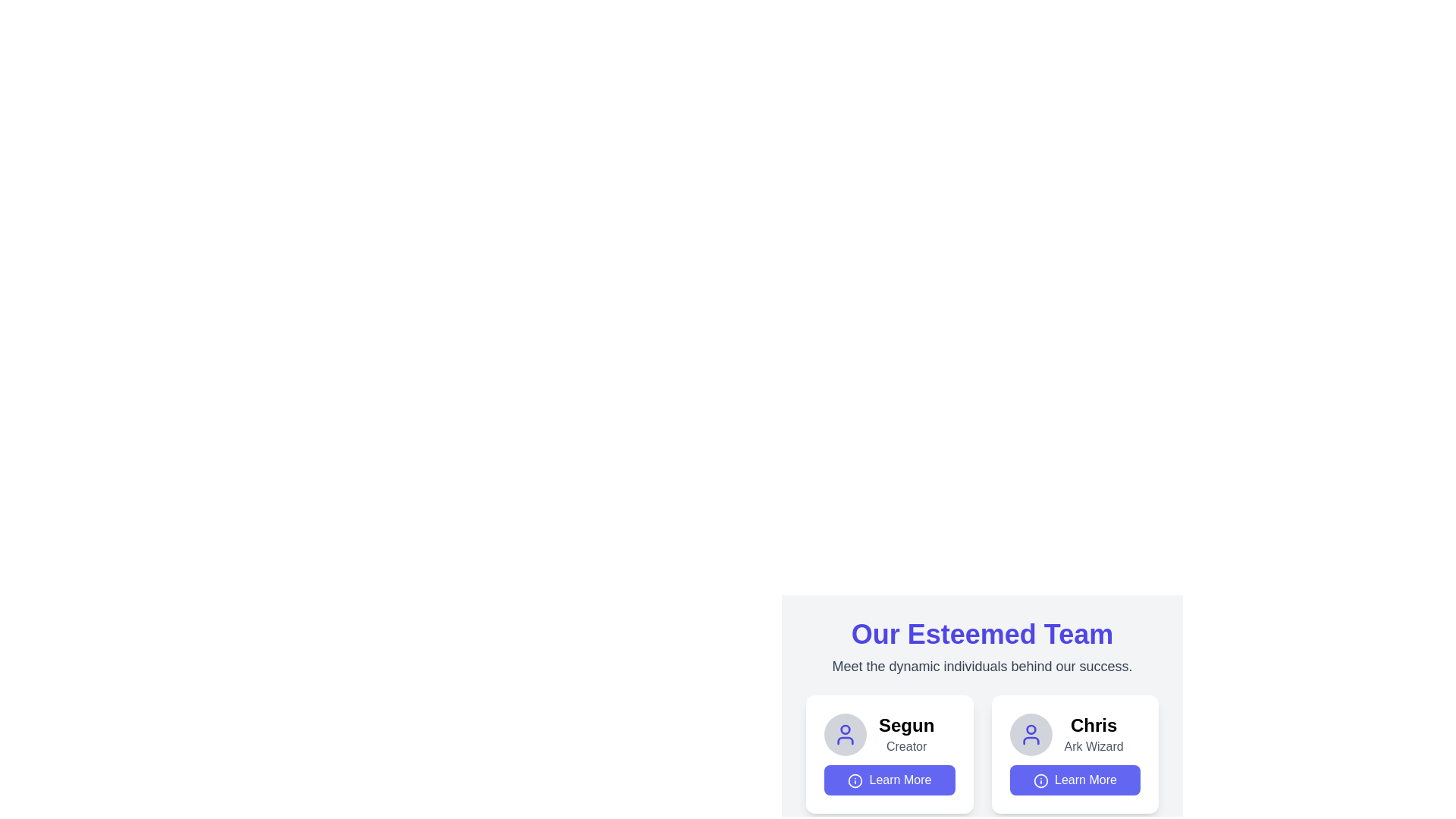 The image size is (1456, 819). I want to click on the text label displaying 'Segun', which is styled in bold and large font and is located above the text 'Creator' within a profile card on the left side of the interface, so click(906, 724).